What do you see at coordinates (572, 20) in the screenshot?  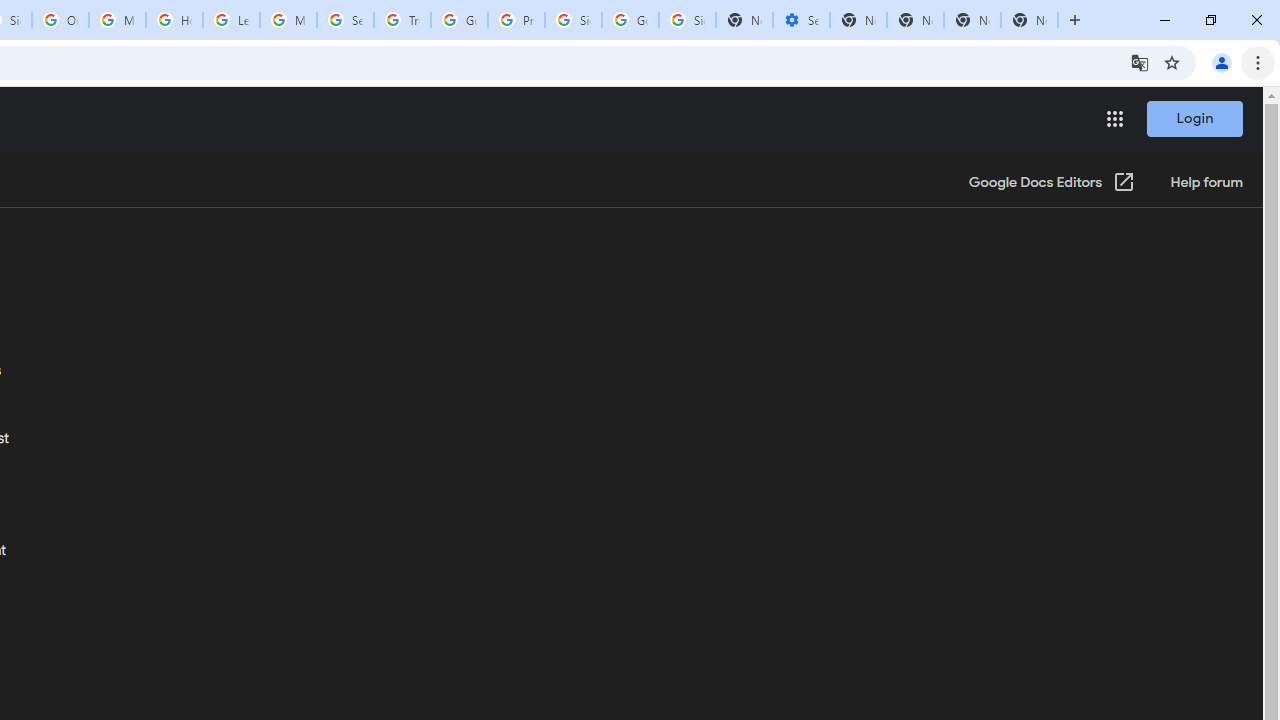 I see `'Sign in - Google Accounts'` at bounding box center [572, 20].